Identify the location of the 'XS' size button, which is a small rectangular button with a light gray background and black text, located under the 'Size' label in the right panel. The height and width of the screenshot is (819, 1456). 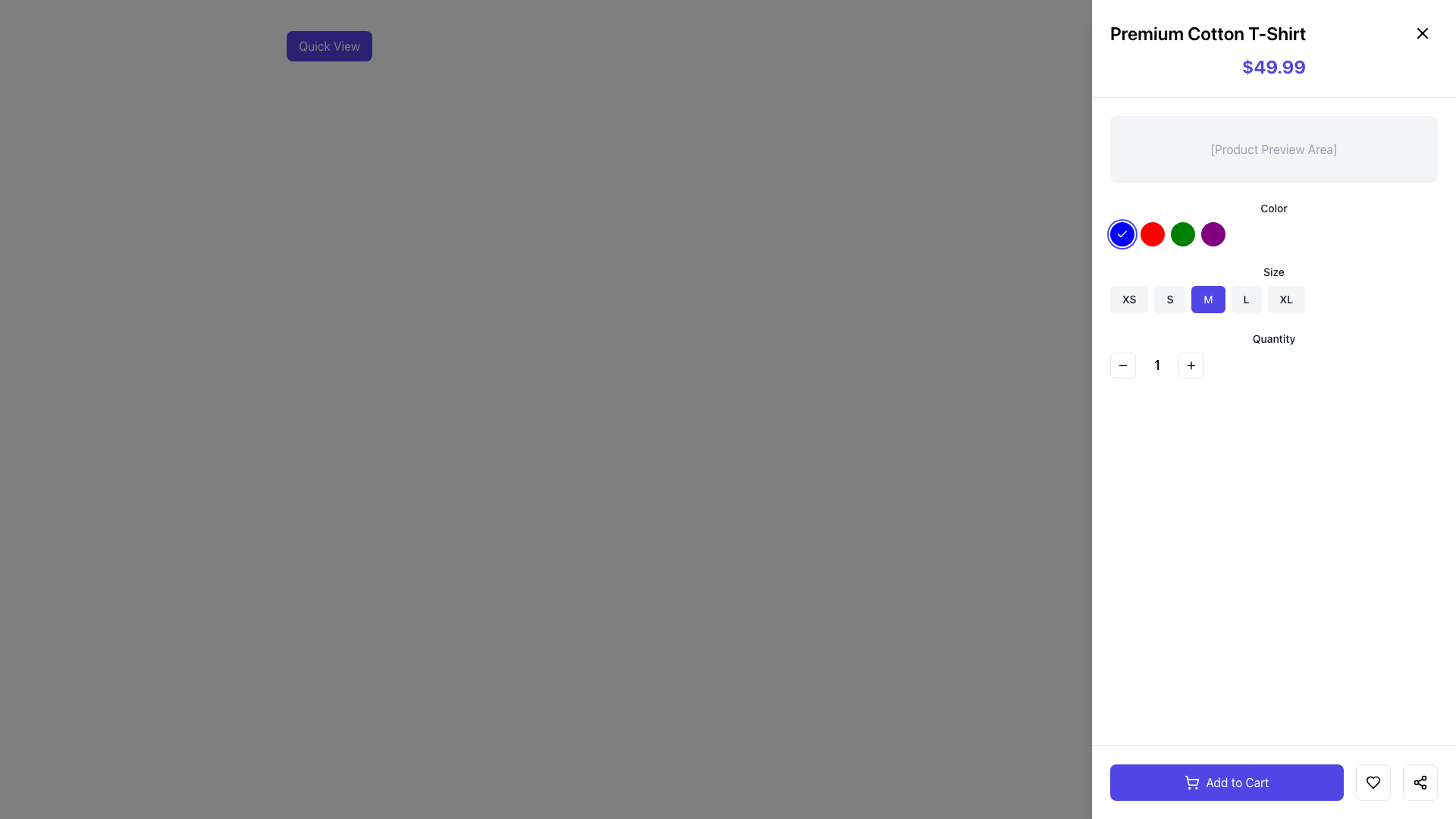
(1129, 299).